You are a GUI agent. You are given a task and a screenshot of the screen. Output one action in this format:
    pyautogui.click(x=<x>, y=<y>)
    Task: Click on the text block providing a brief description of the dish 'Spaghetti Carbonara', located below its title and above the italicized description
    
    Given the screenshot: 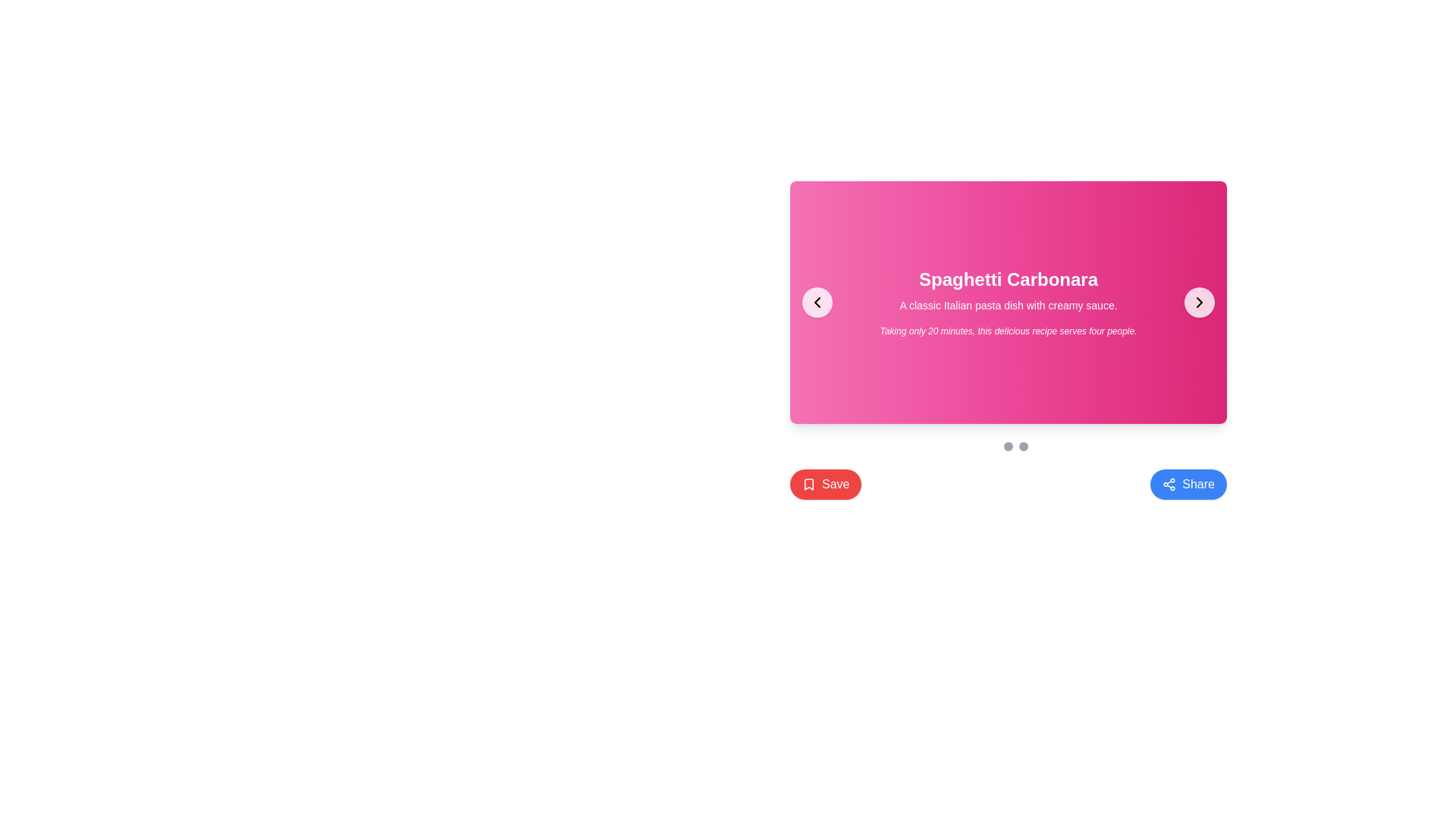 What is the action you would take?
    pyautogui.click(x=1008, y=305)
    